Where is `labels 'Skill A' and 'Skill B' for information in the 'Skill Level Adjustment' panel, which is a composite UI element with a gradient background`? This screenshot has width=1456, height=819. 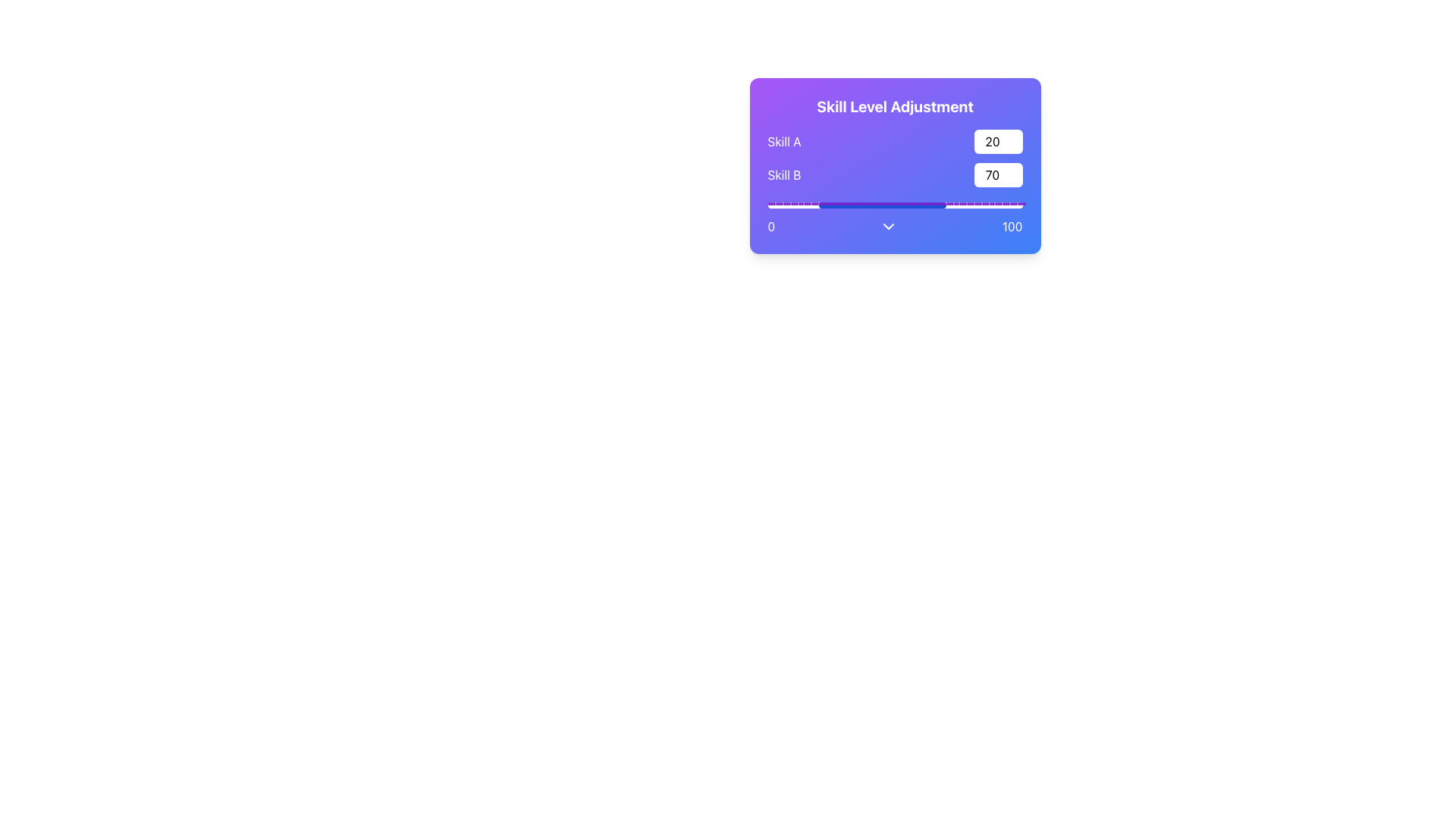
labels 'Skill A' and 'Skill B' for information in the 'Skill Level Adjustment' panel, which is a composite UI element with a gradient background is located at coordinates (895, 166).